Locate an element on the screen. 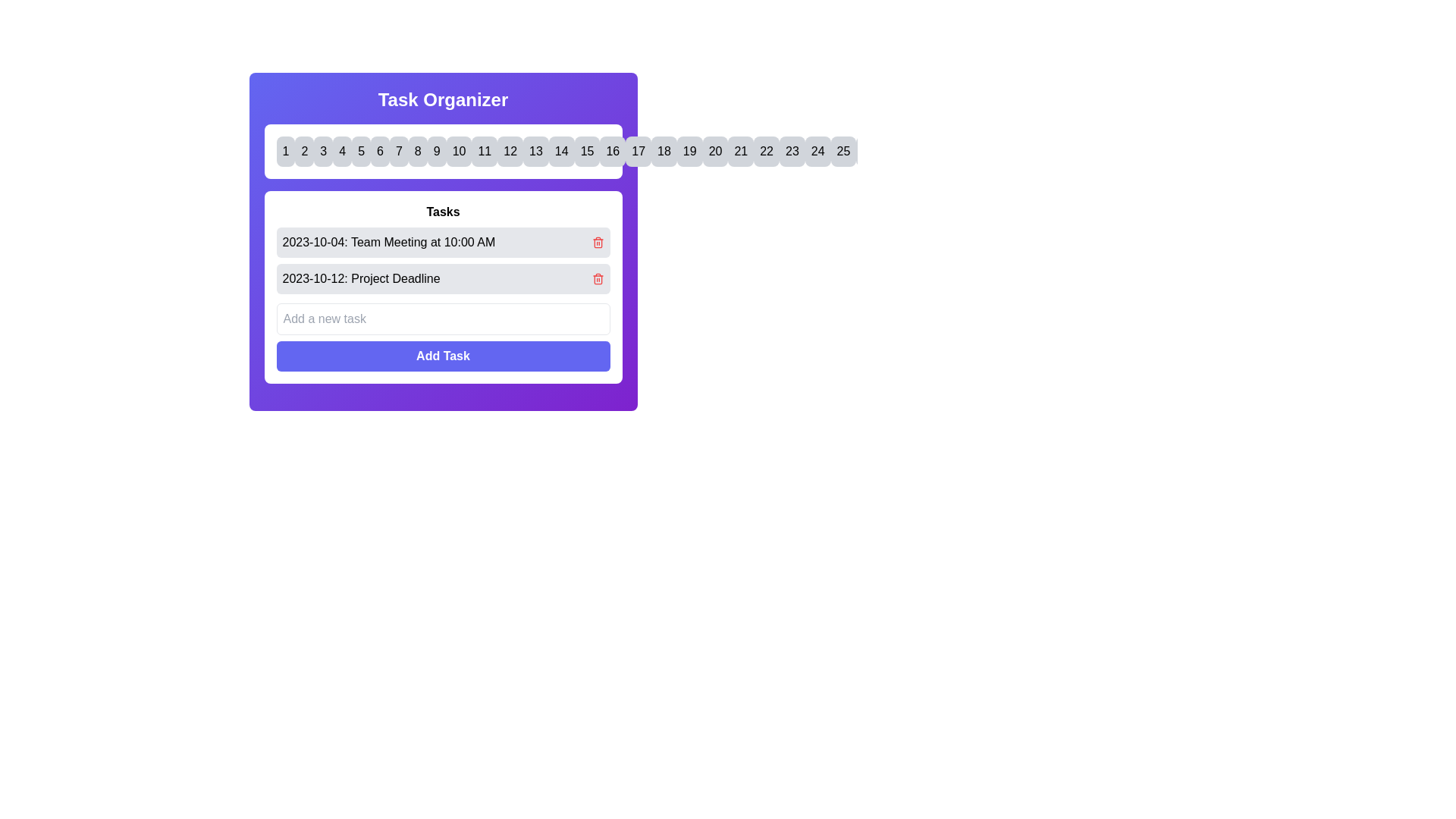 The width and height of the screenshot is (1456, 819). the deletion button icon located to the far right of the task entry is located at coordinates (597, 242).